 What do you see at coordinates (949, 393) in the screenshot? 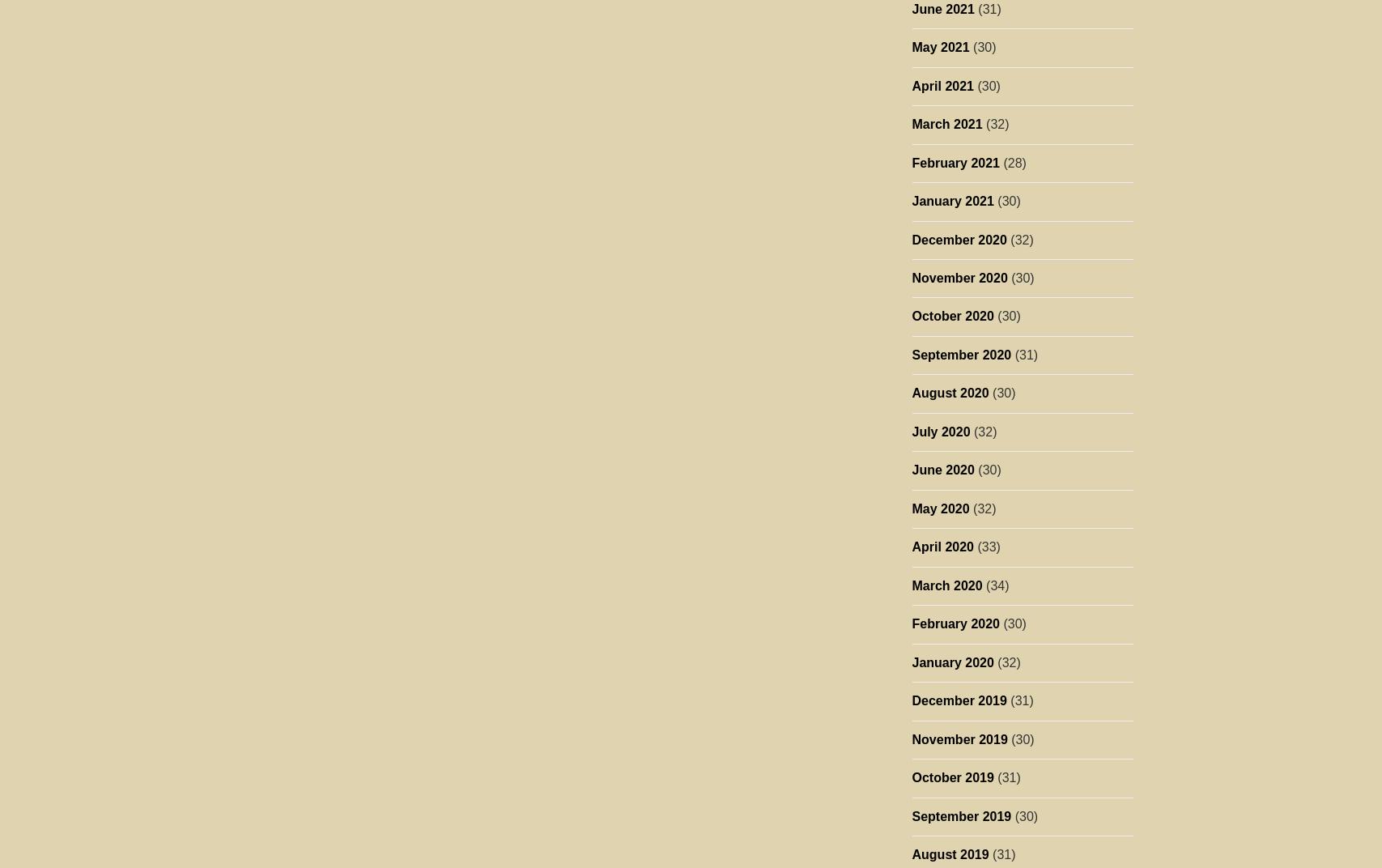
I see `'August 2020'` at bounding box center [949, 393].